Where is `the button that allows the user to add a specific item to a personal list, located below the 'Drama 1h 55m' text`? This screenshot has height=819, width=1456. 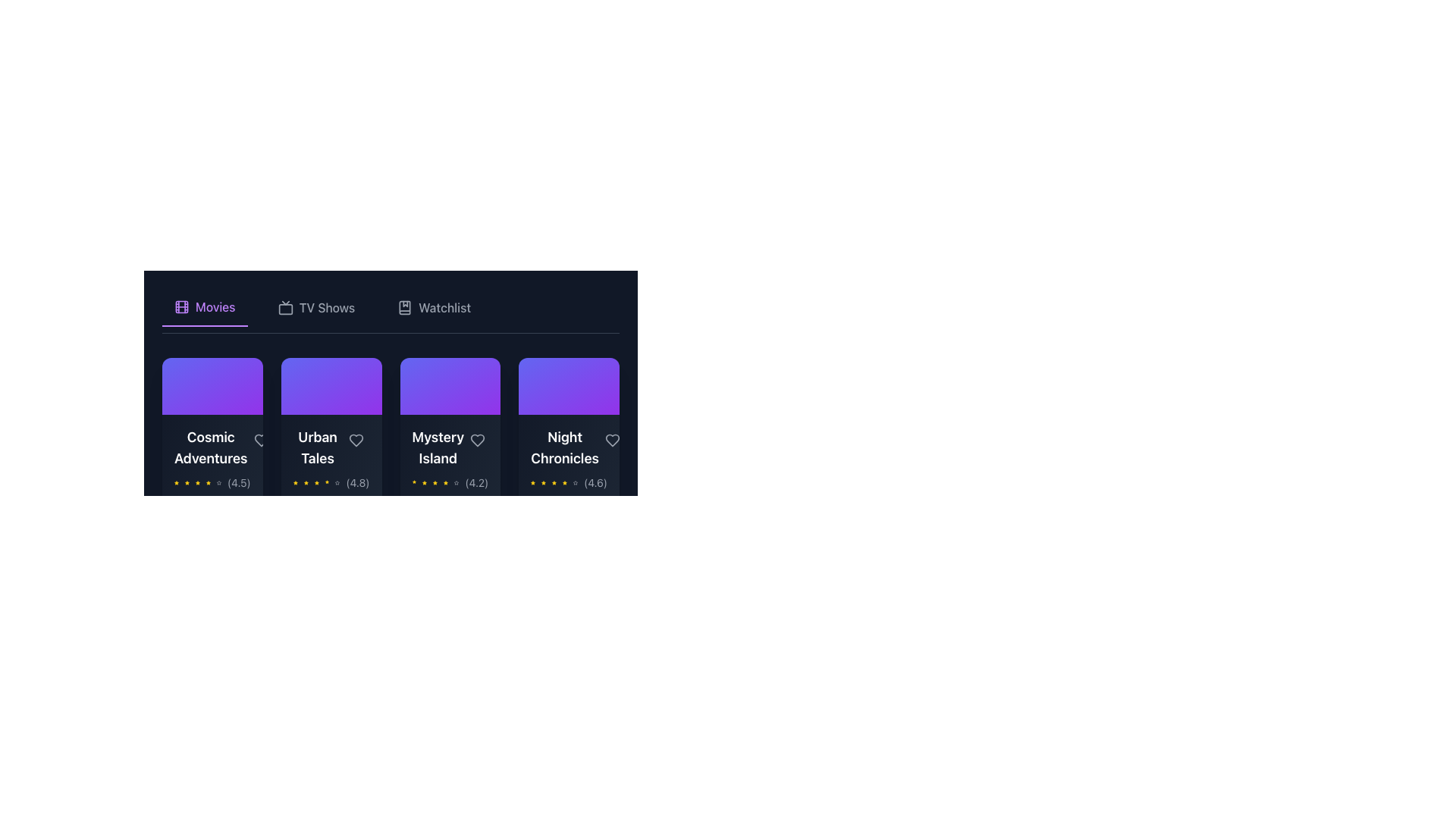
the button that allows the user to add a specific item to a personal list, located below the 'Drama 1h 55m' text is located at coordinates (331, 570).